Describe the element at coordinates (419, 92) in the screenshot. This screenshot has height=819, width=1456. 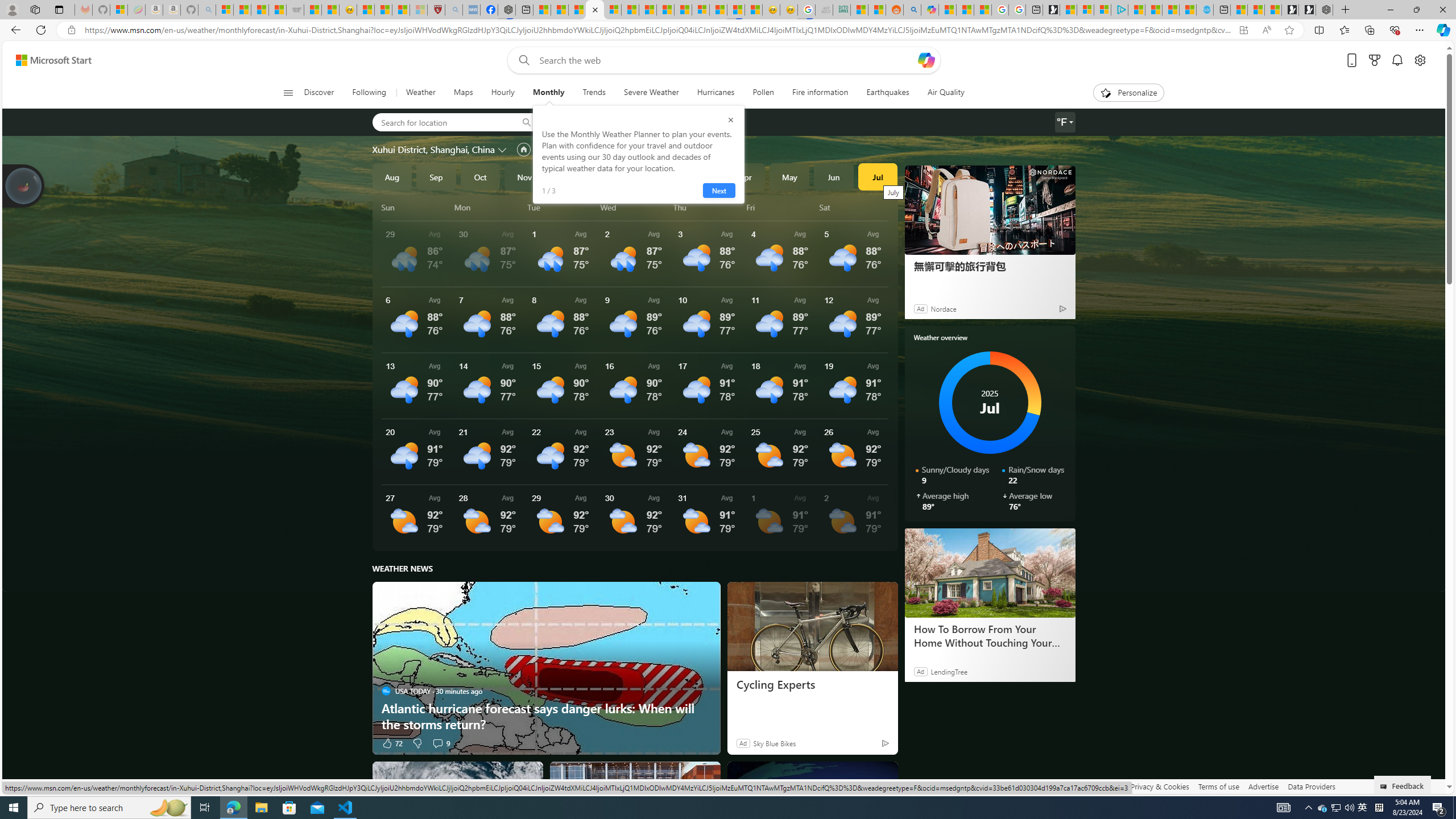
I see `'Weather'` at that location.